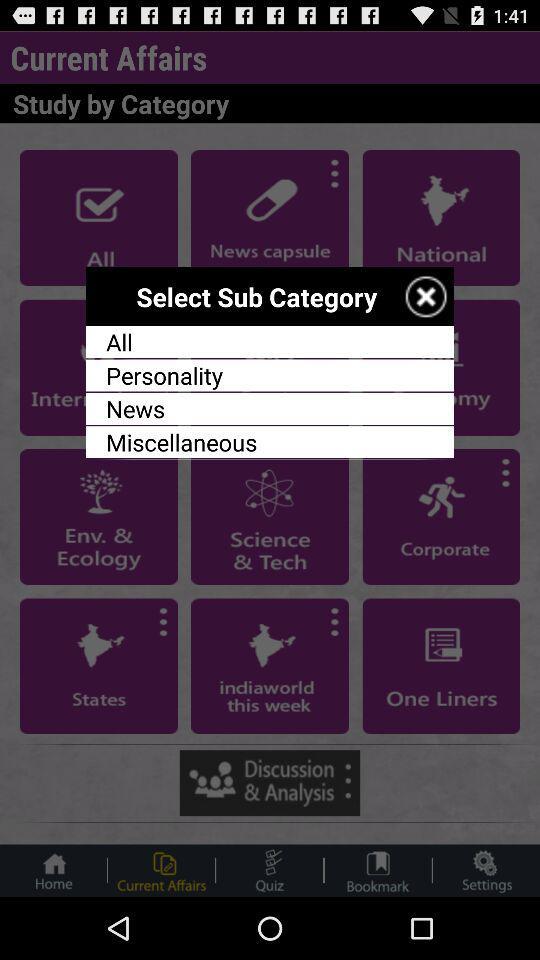 The height and width of the screenshot is (960, 540). What do you see at coordinates (425, 295) in the screenshot?
I see `item at the top right corner` at bounding box center [425, 295].